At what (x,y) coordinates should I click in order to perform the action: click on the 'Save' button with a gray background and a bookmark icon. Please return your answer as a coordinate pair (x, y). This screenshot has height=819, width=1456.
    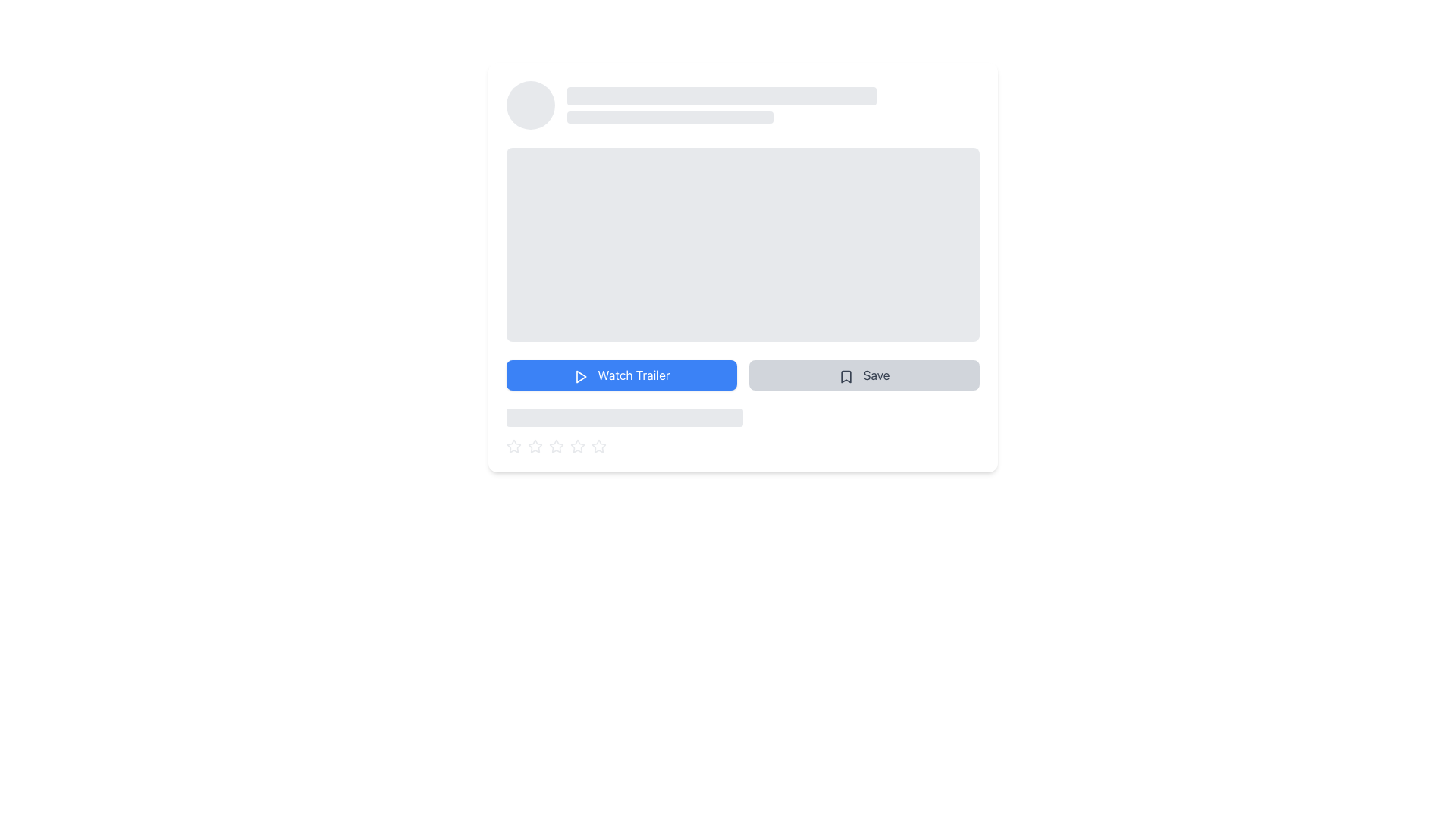
    Looking at the image, I should click on (864, 375).